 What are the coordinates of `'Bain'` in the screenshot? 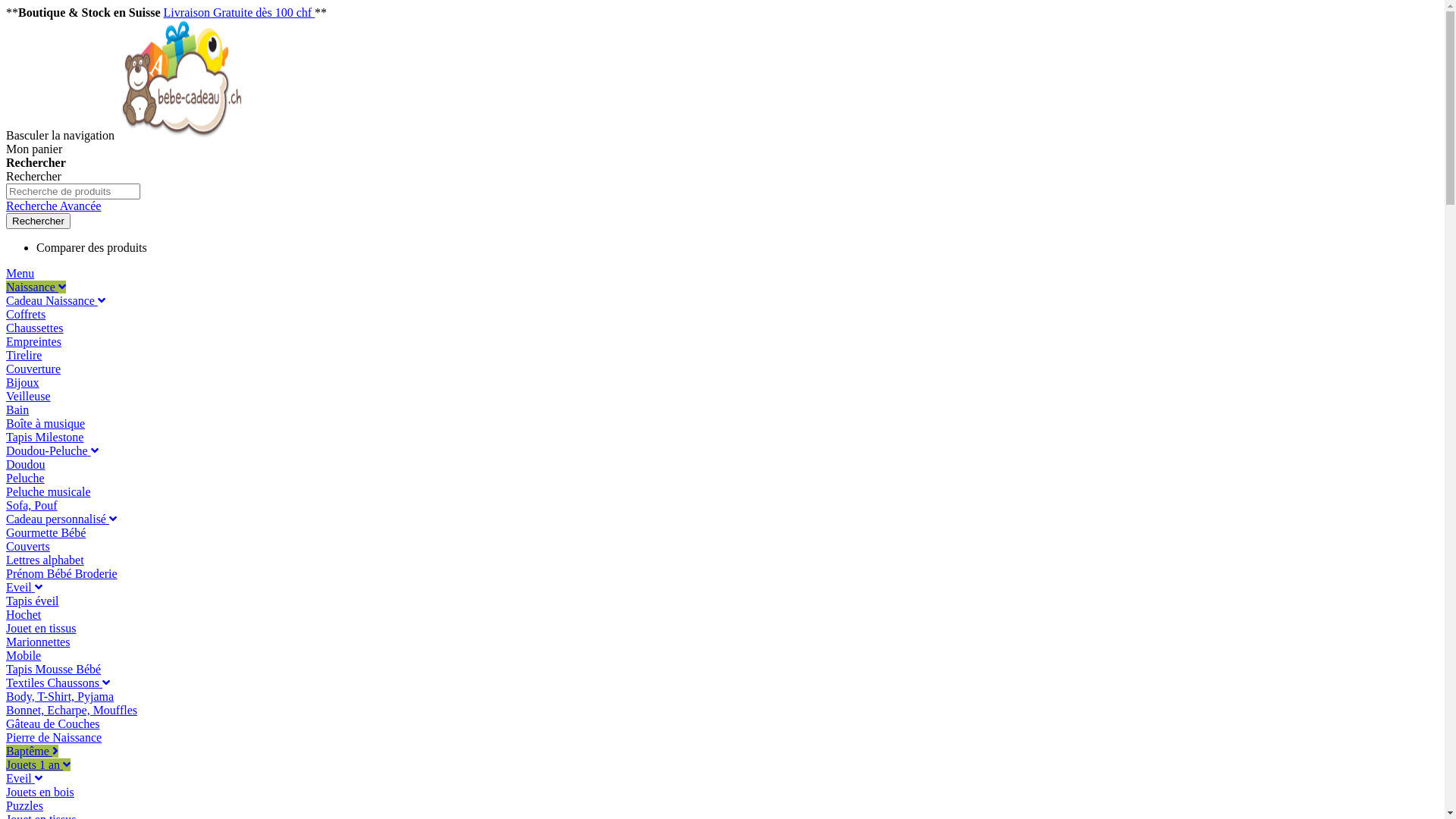 It's located at (17, 409).